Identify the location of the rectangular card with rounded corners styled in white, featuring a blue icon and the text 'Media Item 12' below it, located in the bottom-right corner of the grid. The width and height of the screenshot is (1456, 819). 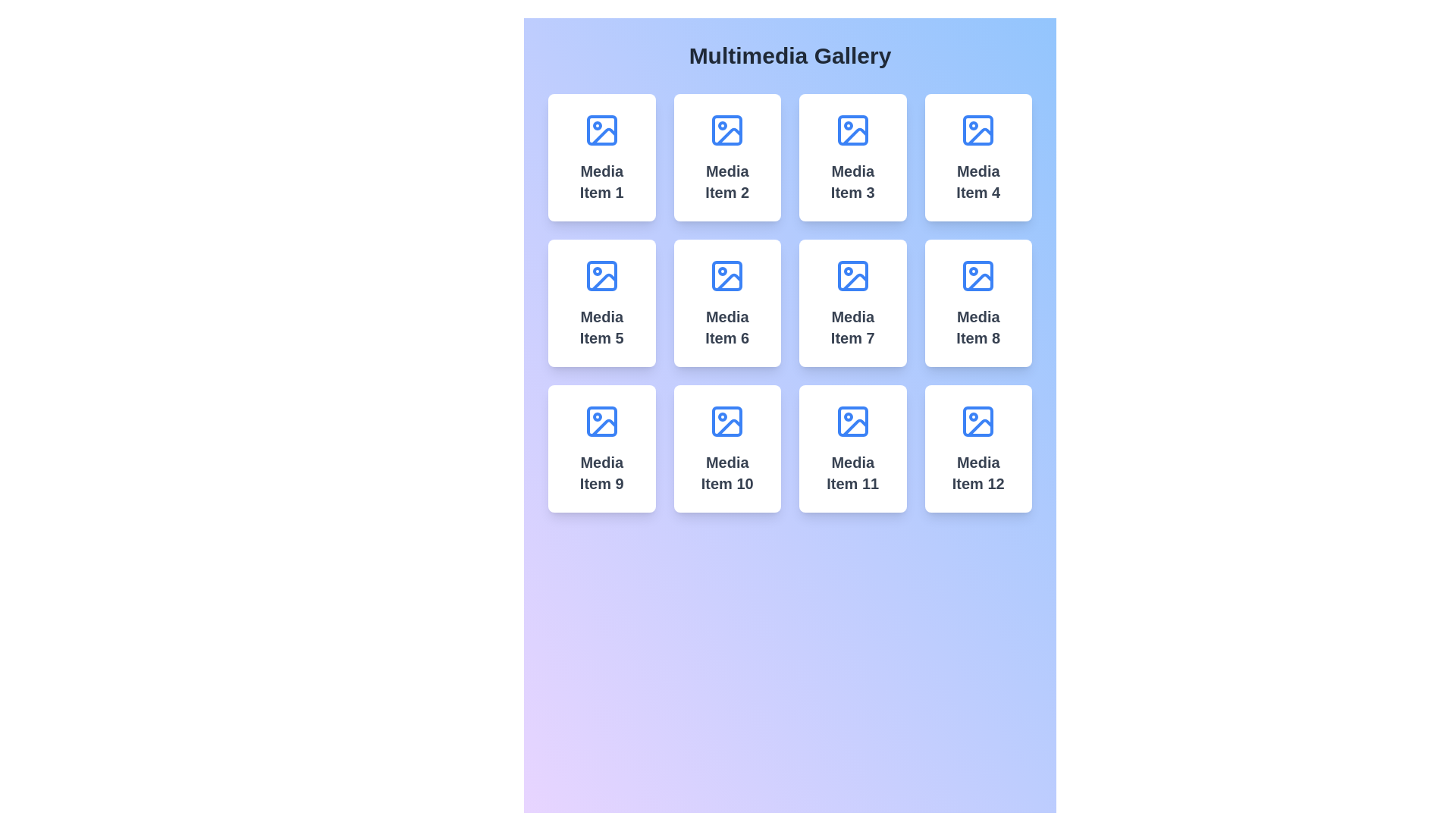
(978, 447).